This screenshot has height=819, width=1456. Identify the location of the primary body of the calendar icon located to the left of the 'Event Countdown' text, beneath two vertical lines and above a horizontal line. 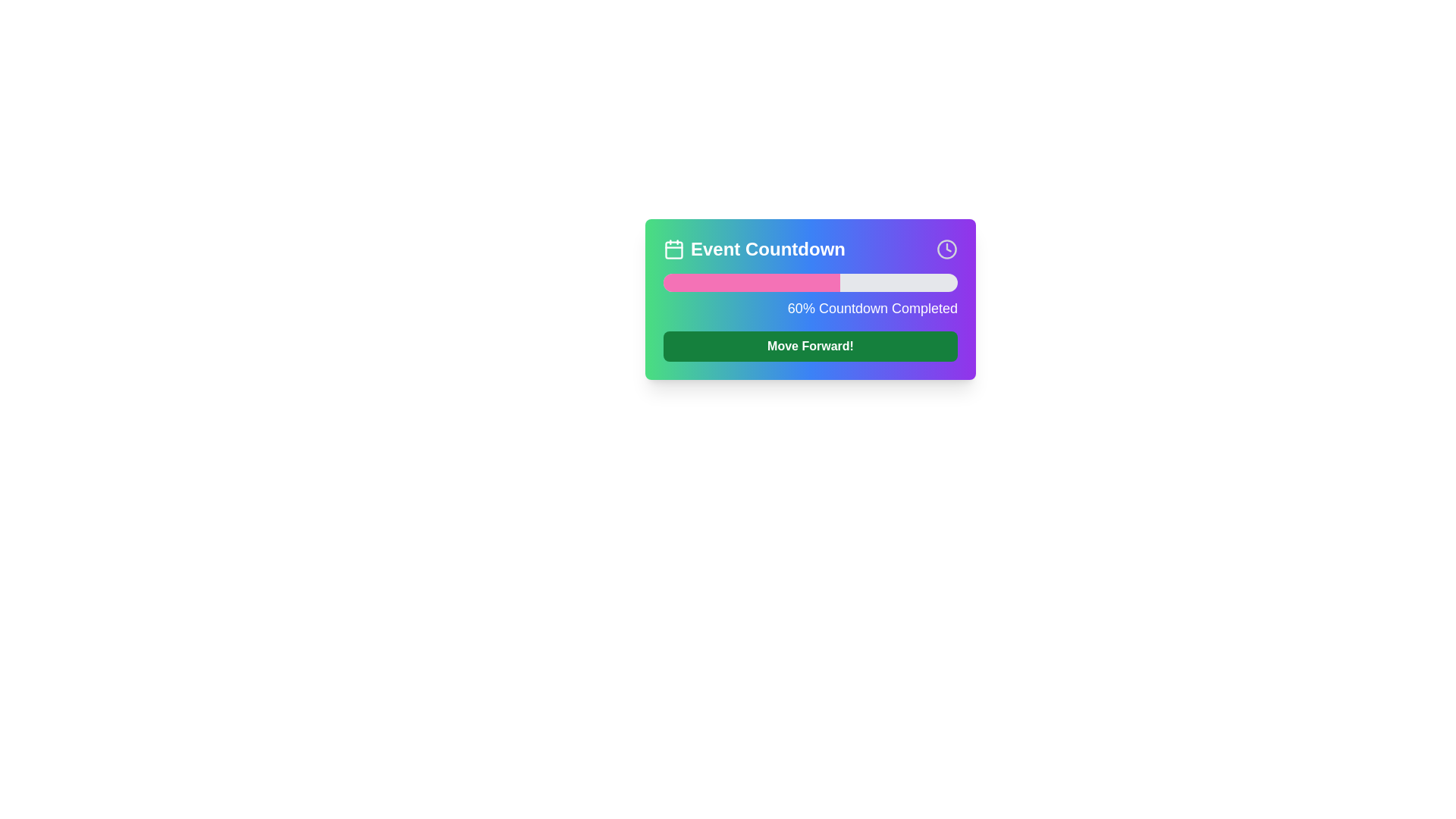
(673, 249).